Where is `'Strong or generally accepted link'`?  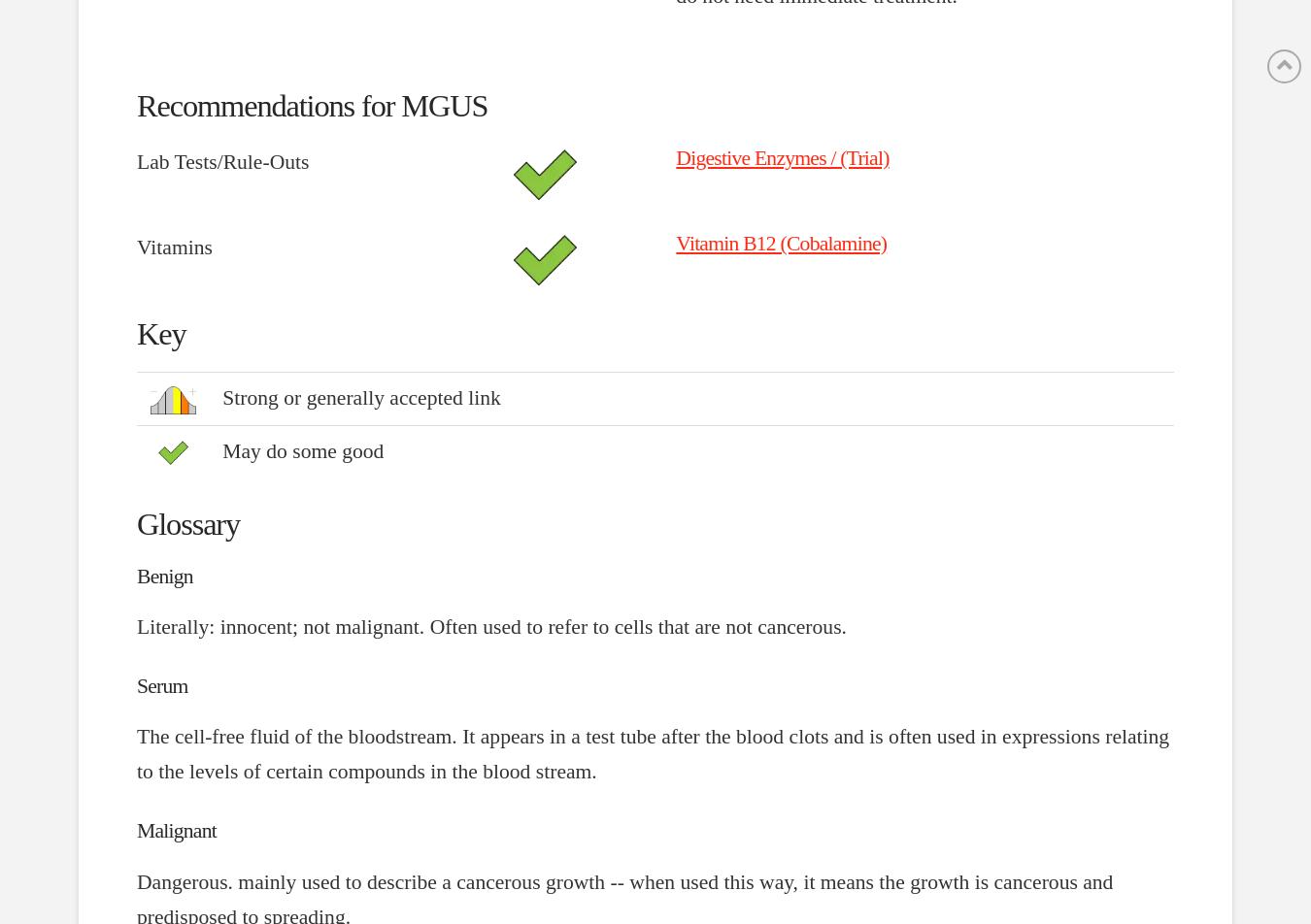 'Strong or generally accepted link' is located at coordinates (361, 398).